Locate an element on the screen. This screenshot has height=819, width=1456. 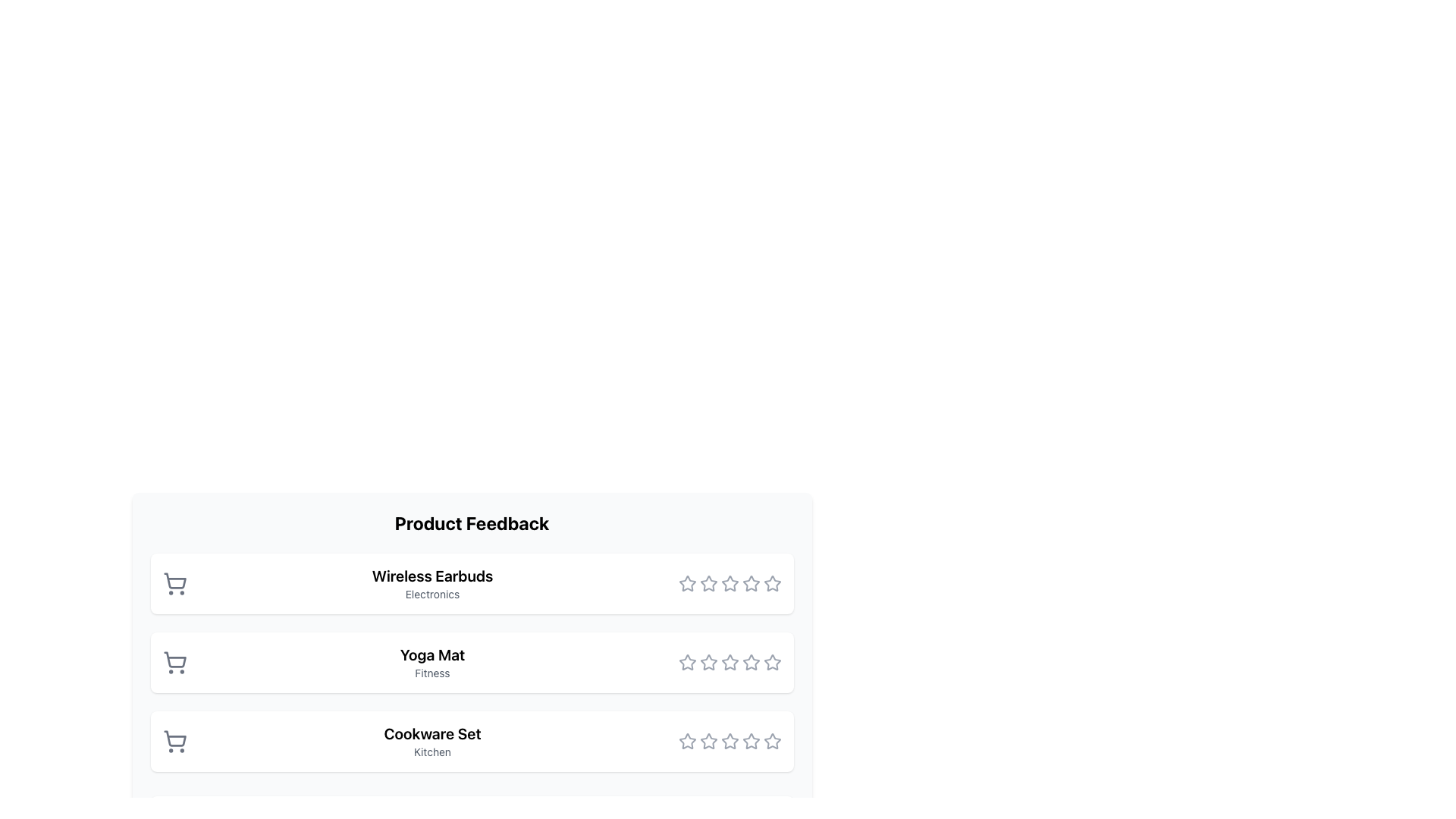
the third star icon in the star rating system is located at coordinates (730, 741).